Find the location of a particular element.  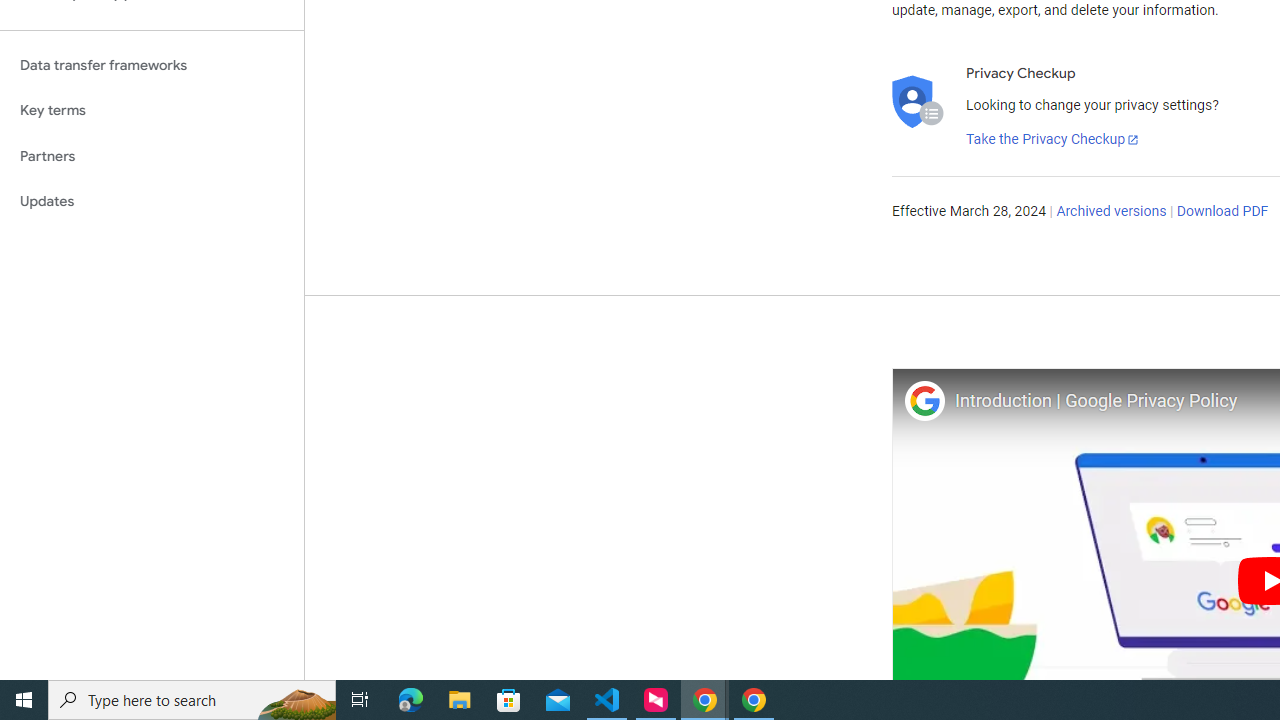

'Photo image of Google' is located at coordinates (923, 400).